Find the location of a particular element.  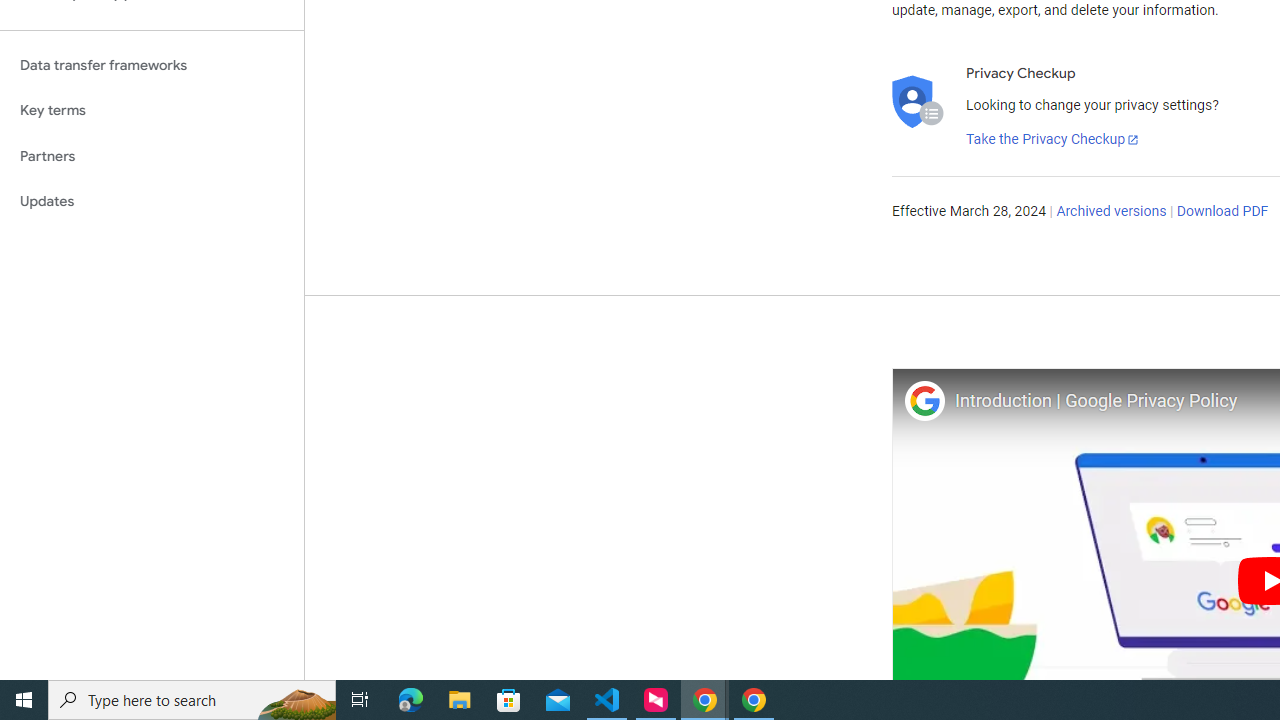

'Photo image of Google' is located at coordinates (923, 400).